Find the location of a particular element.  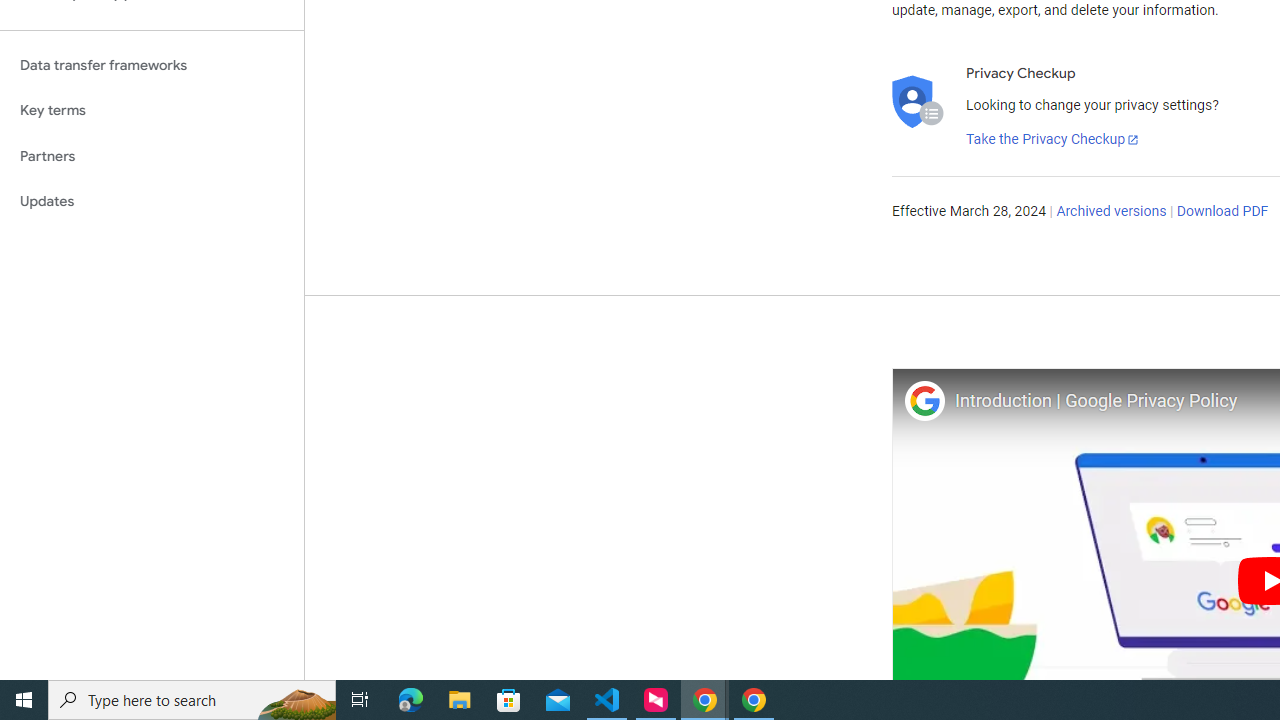

'Photo image of Google' is located at coordinates (923, 400).